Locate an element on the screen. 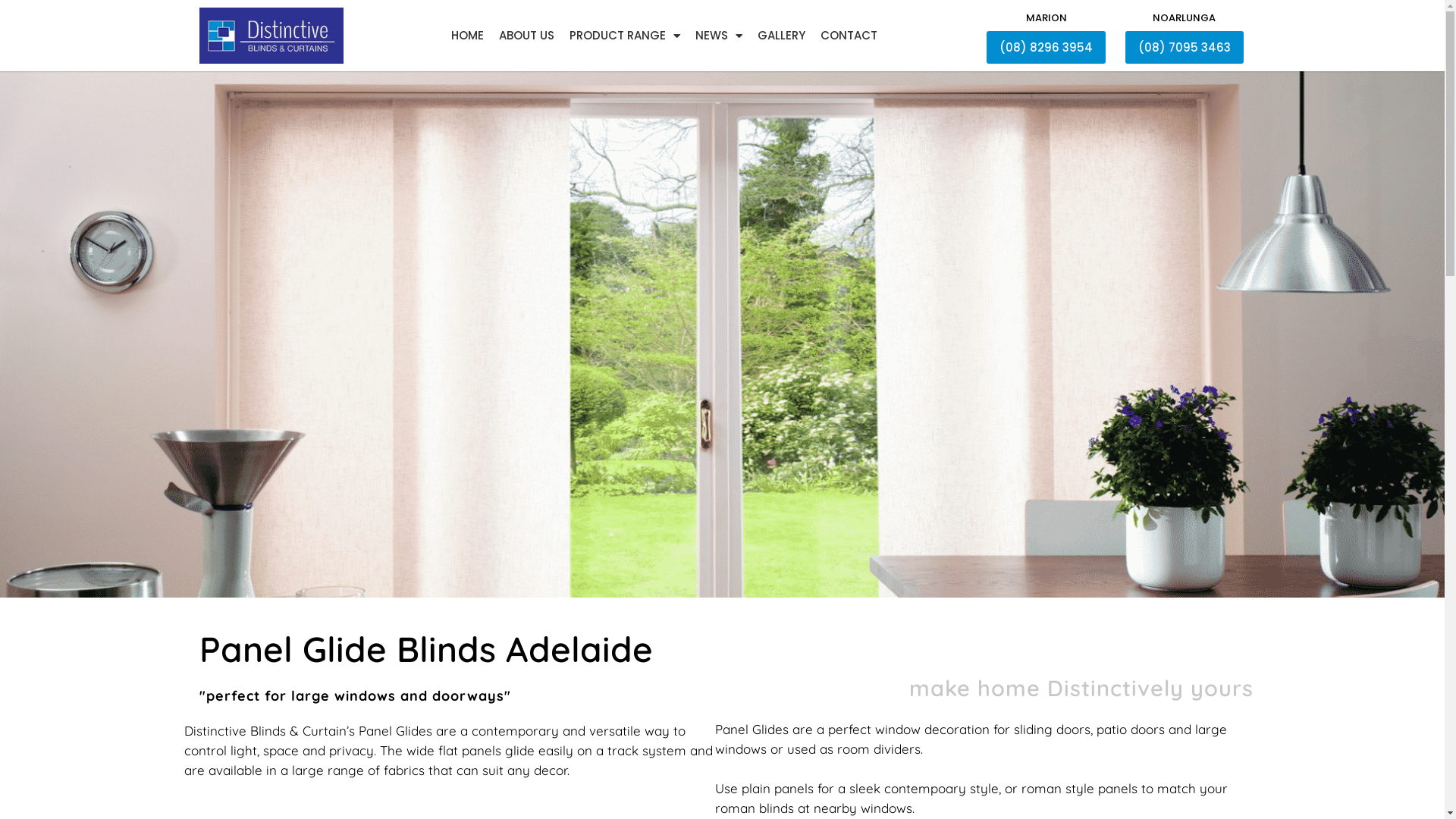  '(08) 8296 3954' is located at coordinates (1045, 46).